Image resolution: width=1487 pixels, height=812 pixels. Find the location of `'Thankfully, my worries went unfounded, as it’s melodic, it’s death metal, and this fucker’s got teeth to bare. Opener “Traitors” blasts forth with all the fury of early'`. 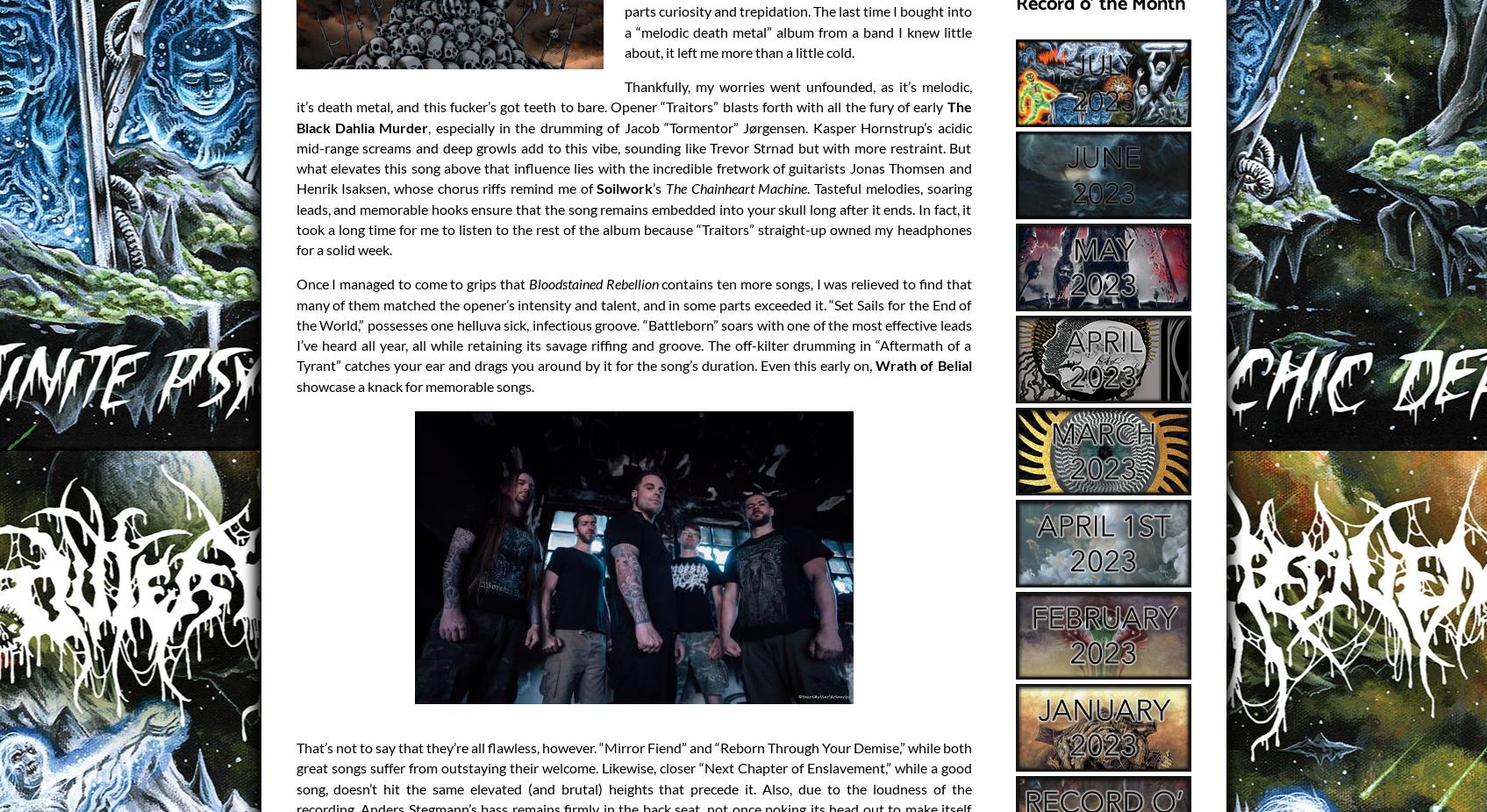

'Thankfully, my worries went unfounded, as it’s melodic, it’s death metal, and this fucker’s got teeth to bare. Opener “Traitors” blasts forth with all the fury of early' is located at coordinates (633, 96).